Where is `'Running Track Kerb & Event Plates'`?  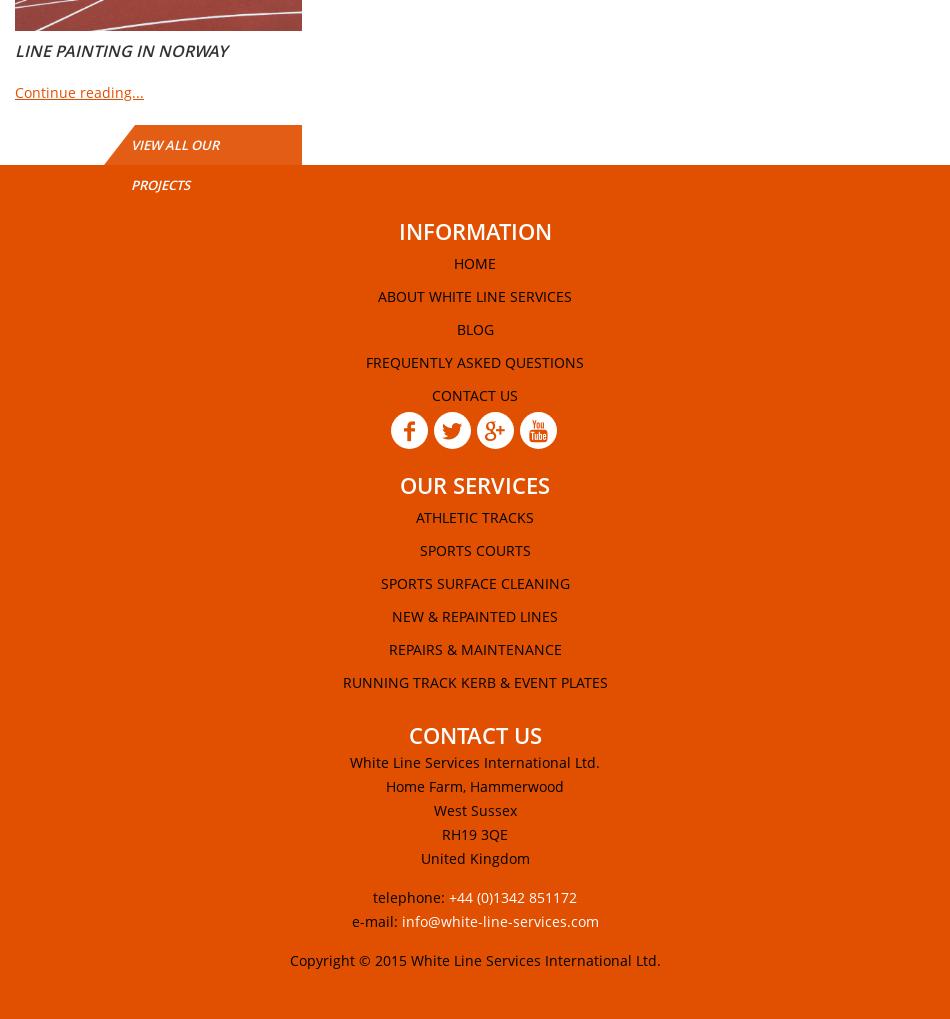
'Running Track Kerb & Event Plates' is located at coordinates (473, 681).